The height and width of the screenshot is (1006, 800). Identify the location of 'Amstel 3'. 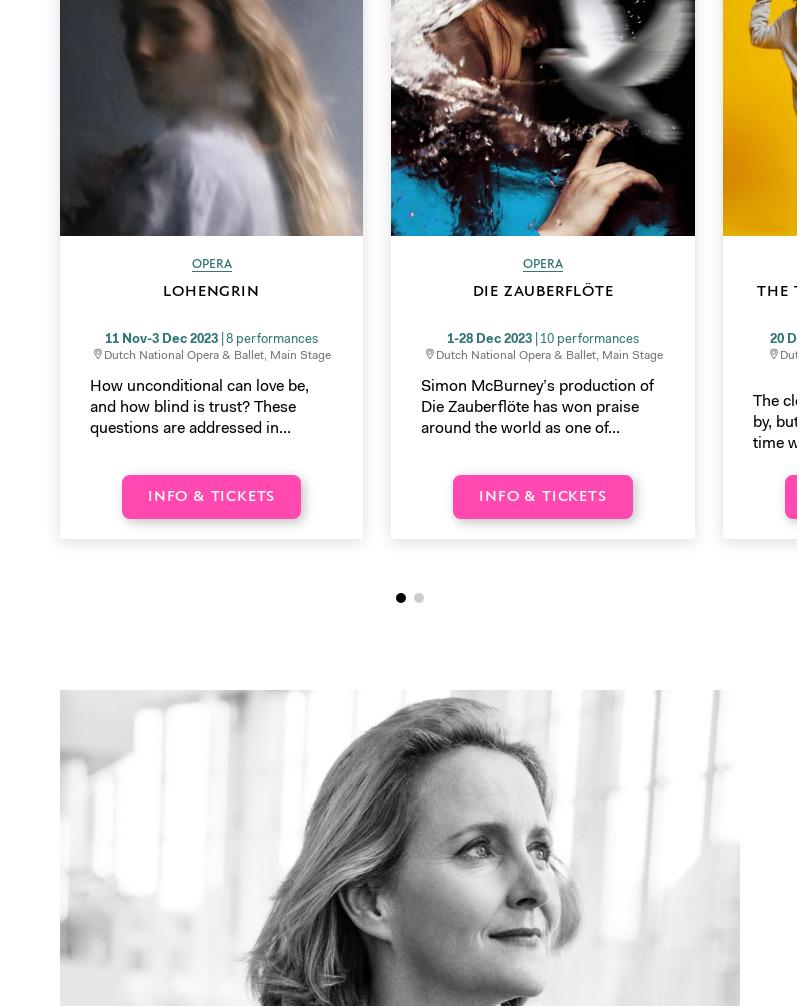
(90, 380).